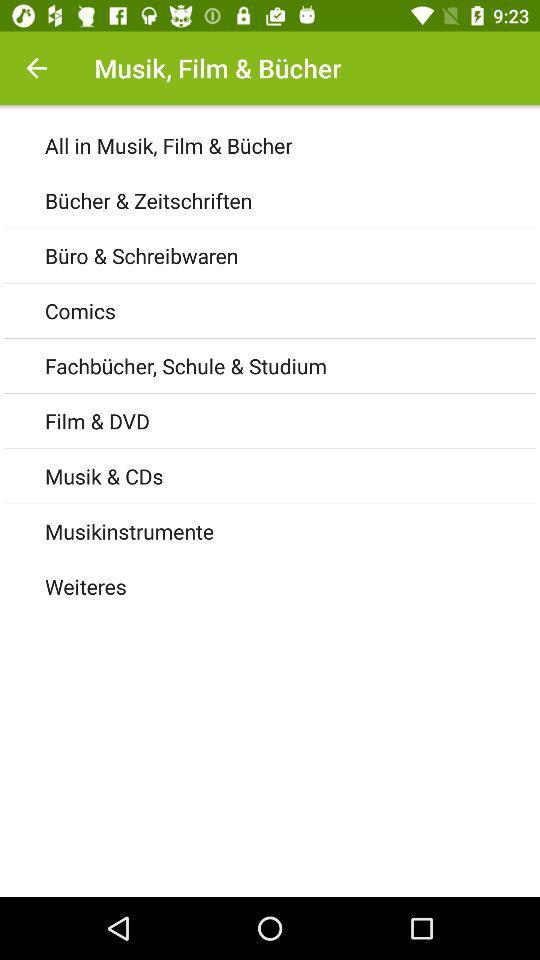 The image size is (540, 960). Describe the element at coordinates (36, 68) in the screenshot. I see `previous` at that location.